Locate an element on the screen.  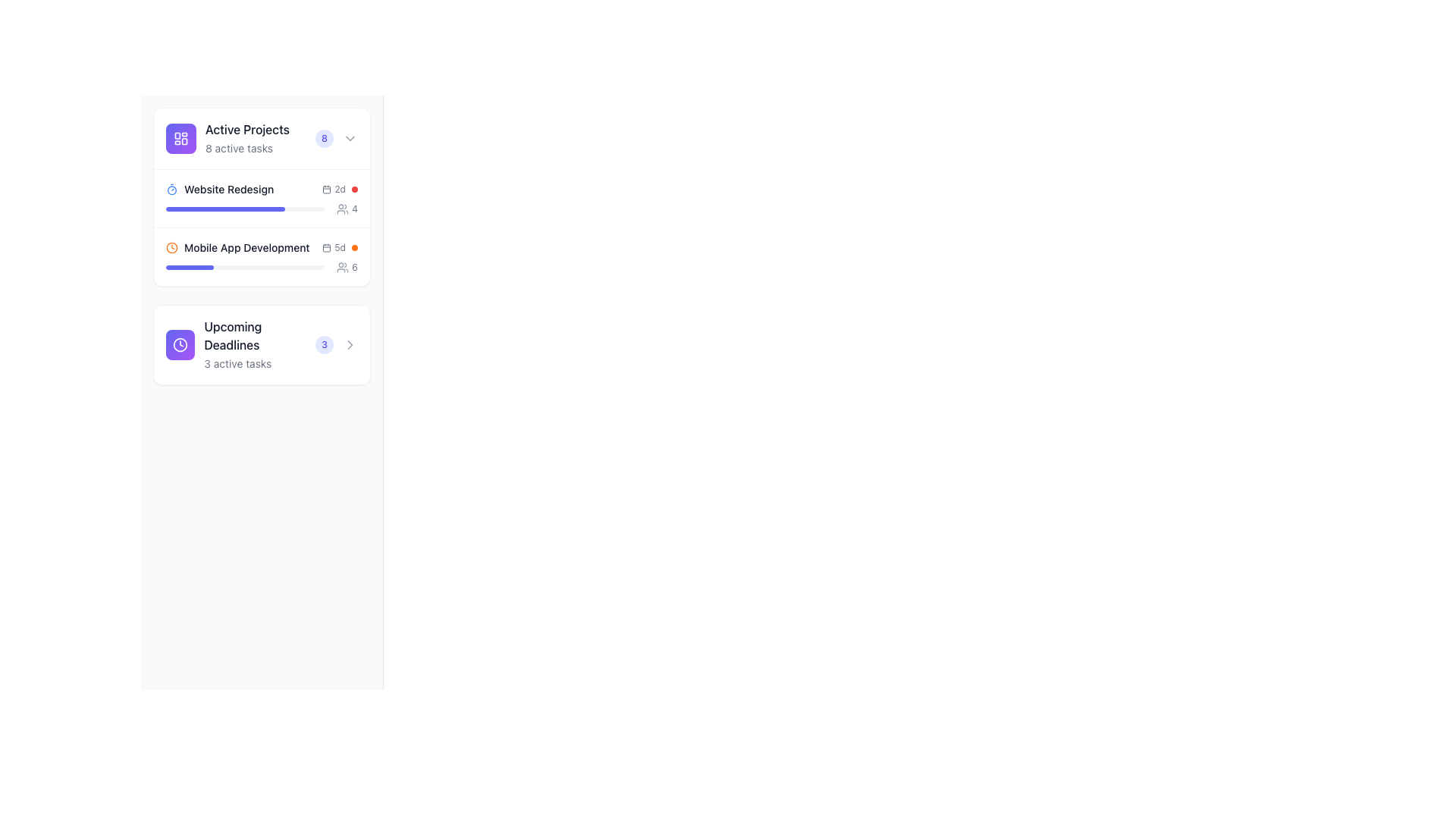
the chevron icon located in the 'Upcoming Deadlines' card, which is positioned to the right of the numerical badge displaying '3' is located at coordinates (349, 345).